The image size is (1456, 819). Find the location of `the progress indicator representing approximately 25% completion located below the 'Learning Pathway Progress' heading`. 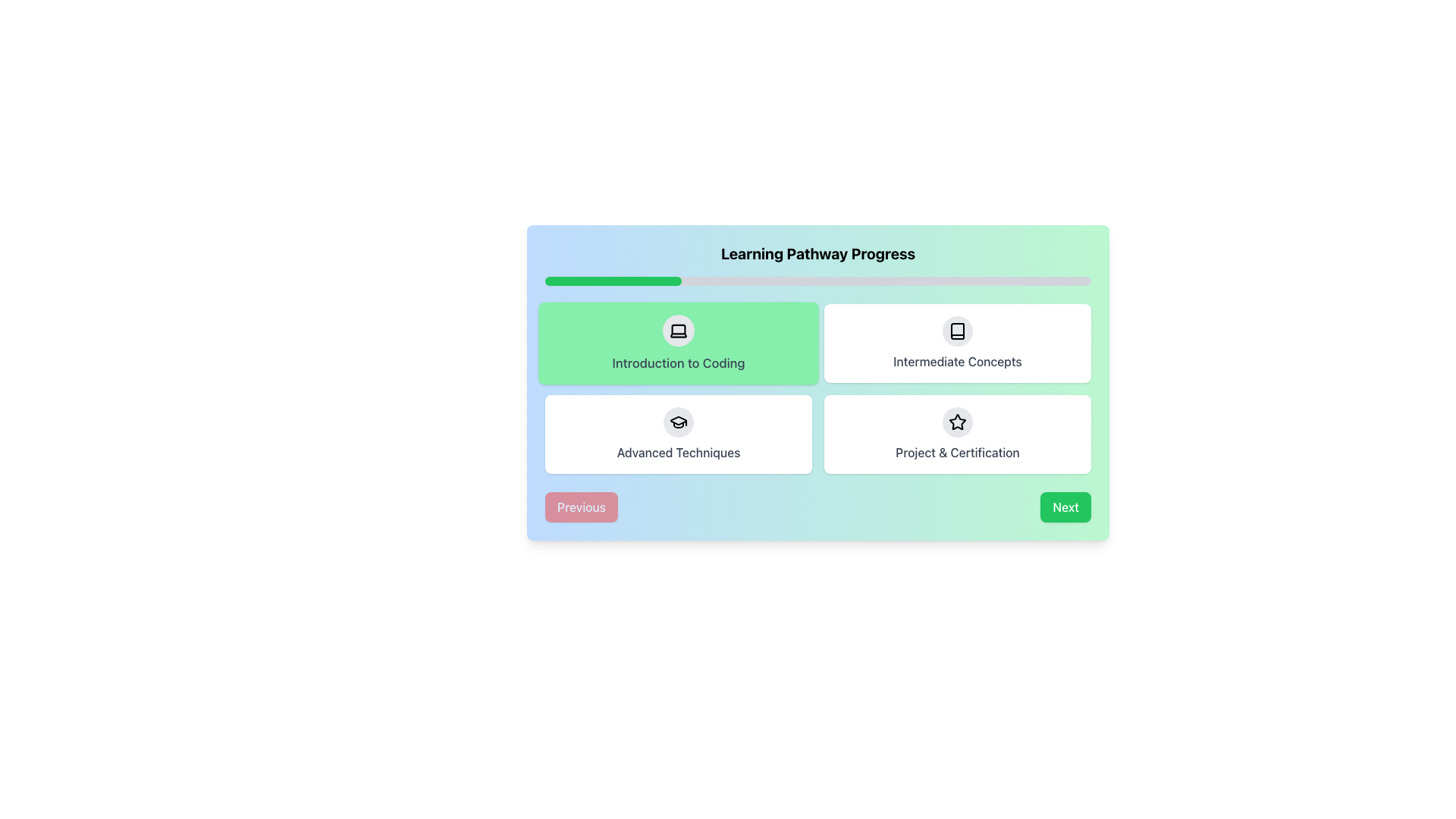

the progress indicator representing approximately 25% completion located below the 'Learning Pathway Progress' heading is located at coordinates (613, 281).